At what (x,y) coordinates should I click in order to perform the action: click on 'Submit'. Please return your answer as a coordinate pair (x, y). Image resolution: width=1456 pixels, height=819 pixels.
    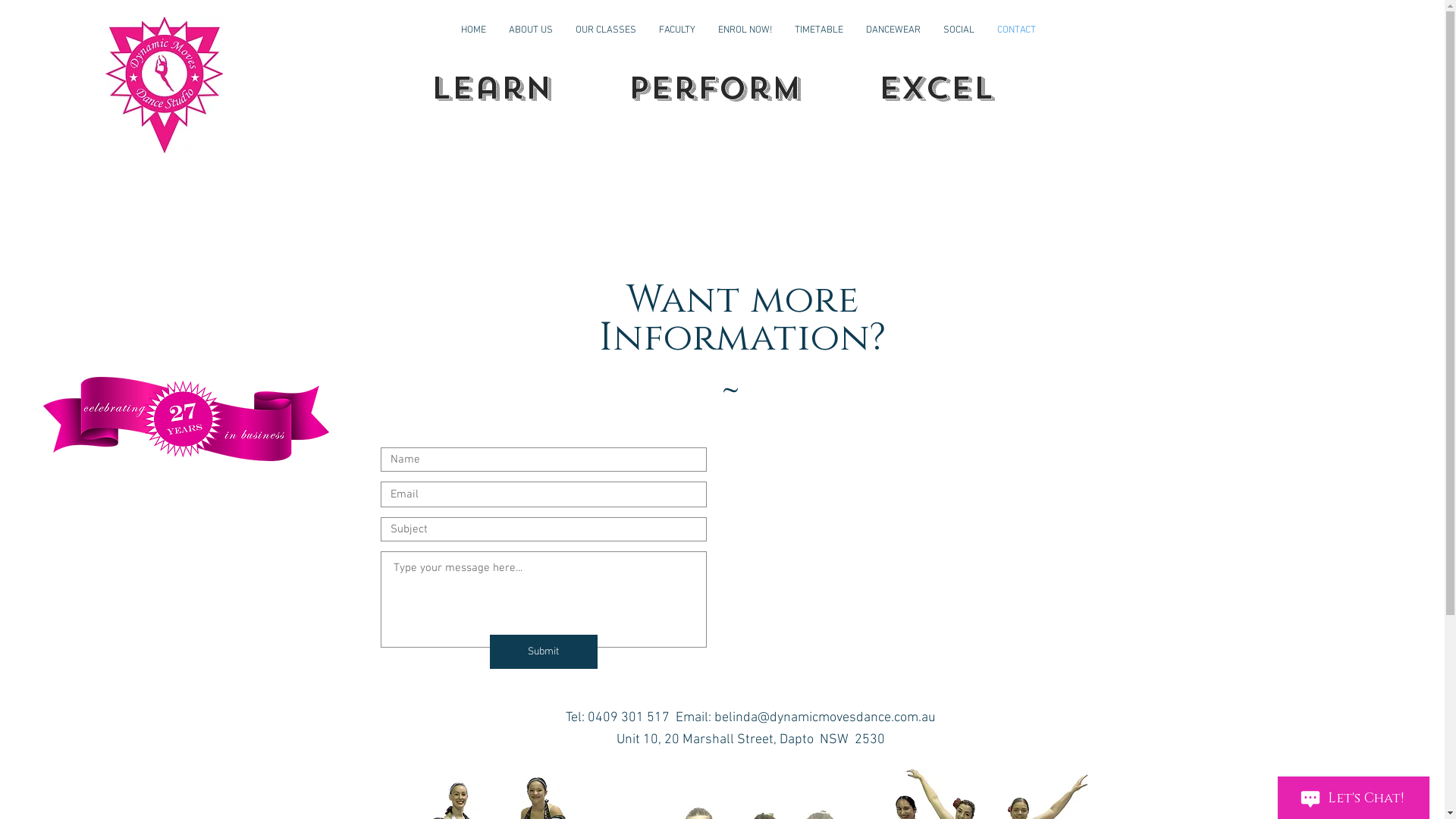
    Looking at the image, I should click on (543, 651).